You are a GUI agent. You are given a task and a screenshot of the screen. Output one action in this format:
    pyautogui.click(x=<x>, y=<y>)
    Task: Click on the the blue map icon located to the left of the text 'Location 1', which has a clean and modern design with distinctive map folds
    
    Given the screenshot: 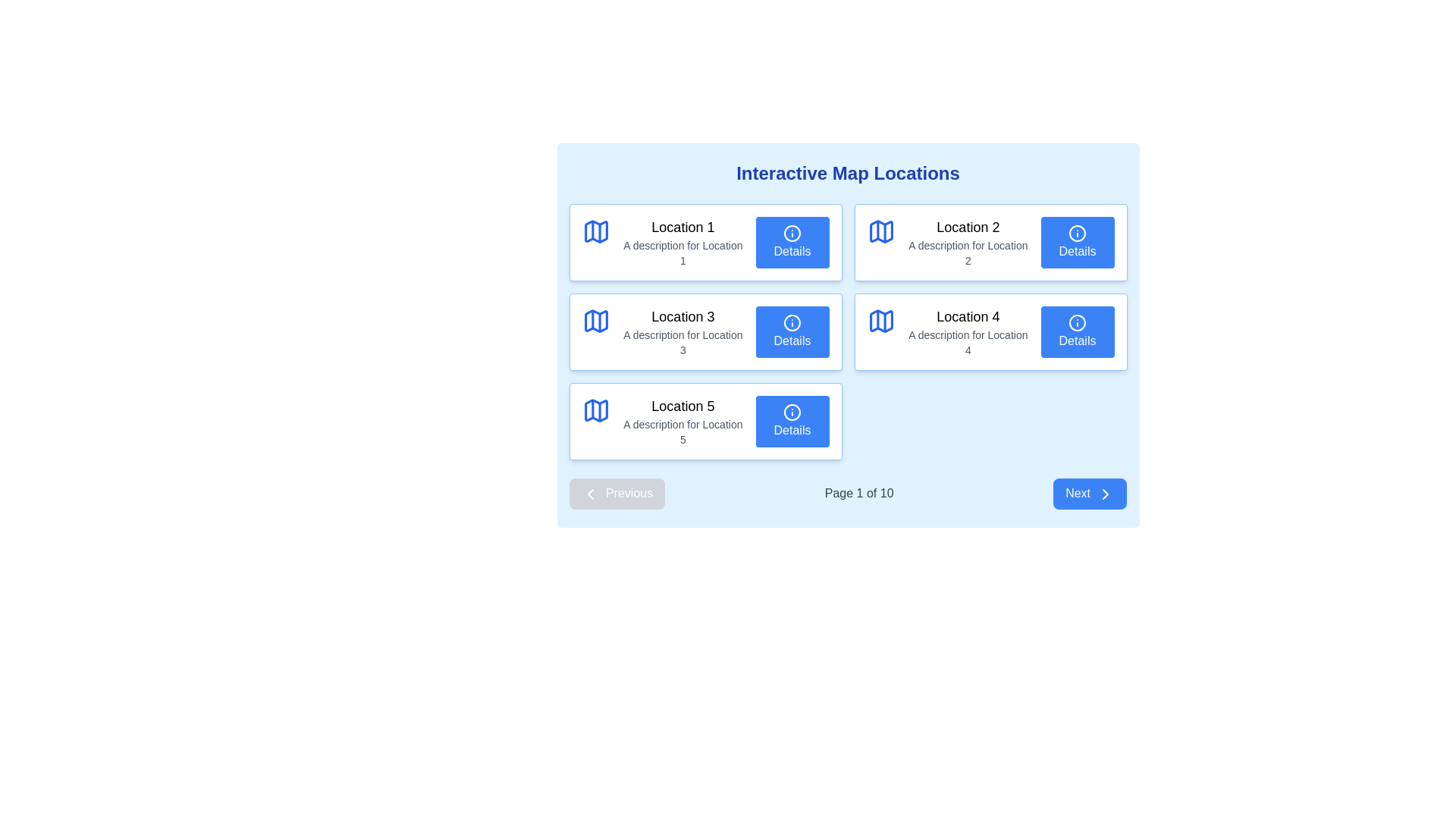 What is the action you would take?
    pyautogui.click(x=595, y=231)
    